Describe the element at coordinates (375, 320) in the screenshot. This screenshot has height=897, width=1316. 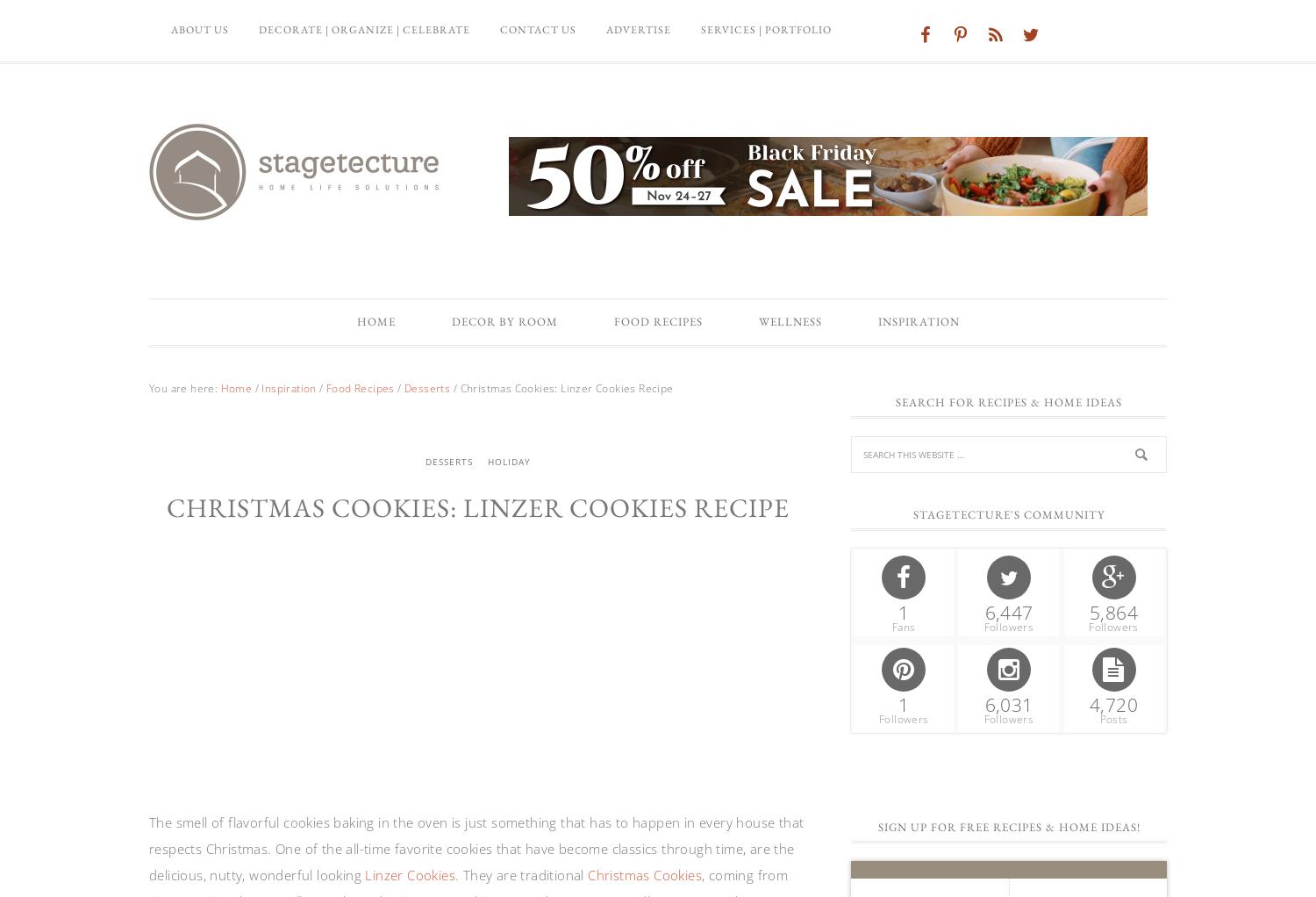
I see `'Home'` at that location.